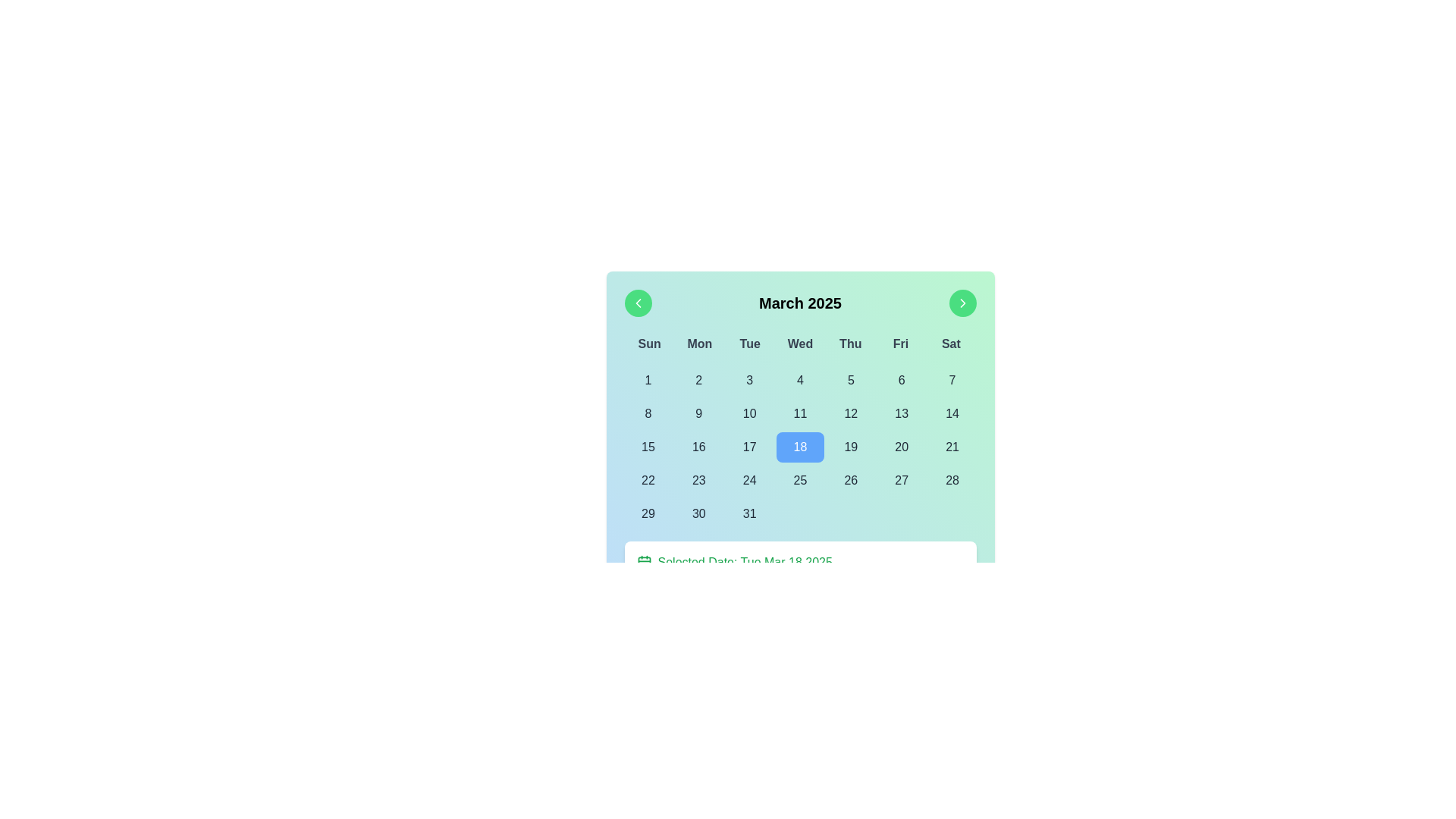 Image resolution: width=1456 pixels, height=819 pixels. What do you see at coordinates (799, 480) in the screenshot?
I see `the calendar date button representing the date '25'` at bounding box center [799, 480].